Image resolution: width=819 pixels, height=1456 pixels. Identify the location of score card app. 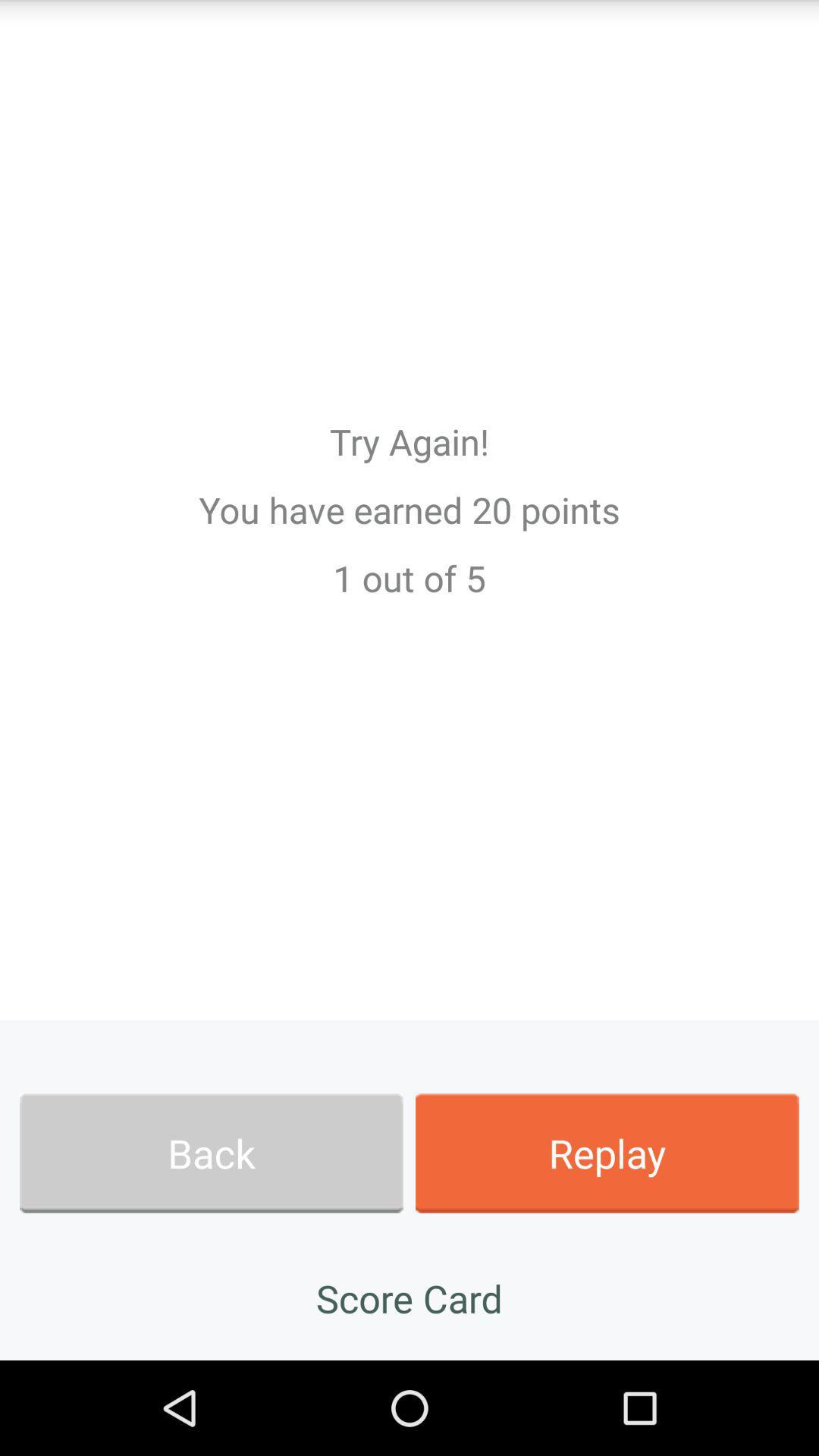
(409, 1298).